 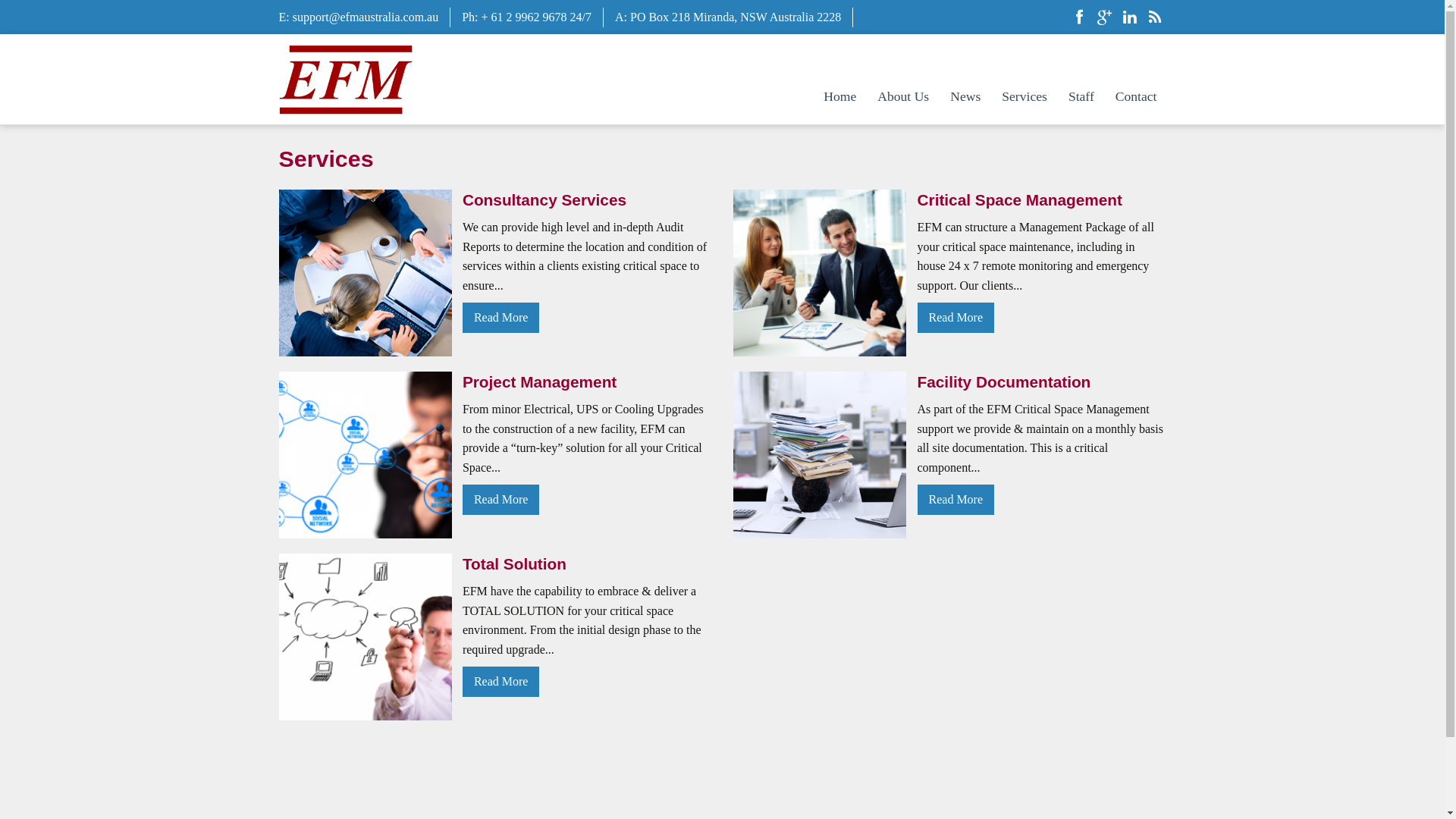 I want to click on 'Back to EFM homepage ', so click(x=345, y=77).